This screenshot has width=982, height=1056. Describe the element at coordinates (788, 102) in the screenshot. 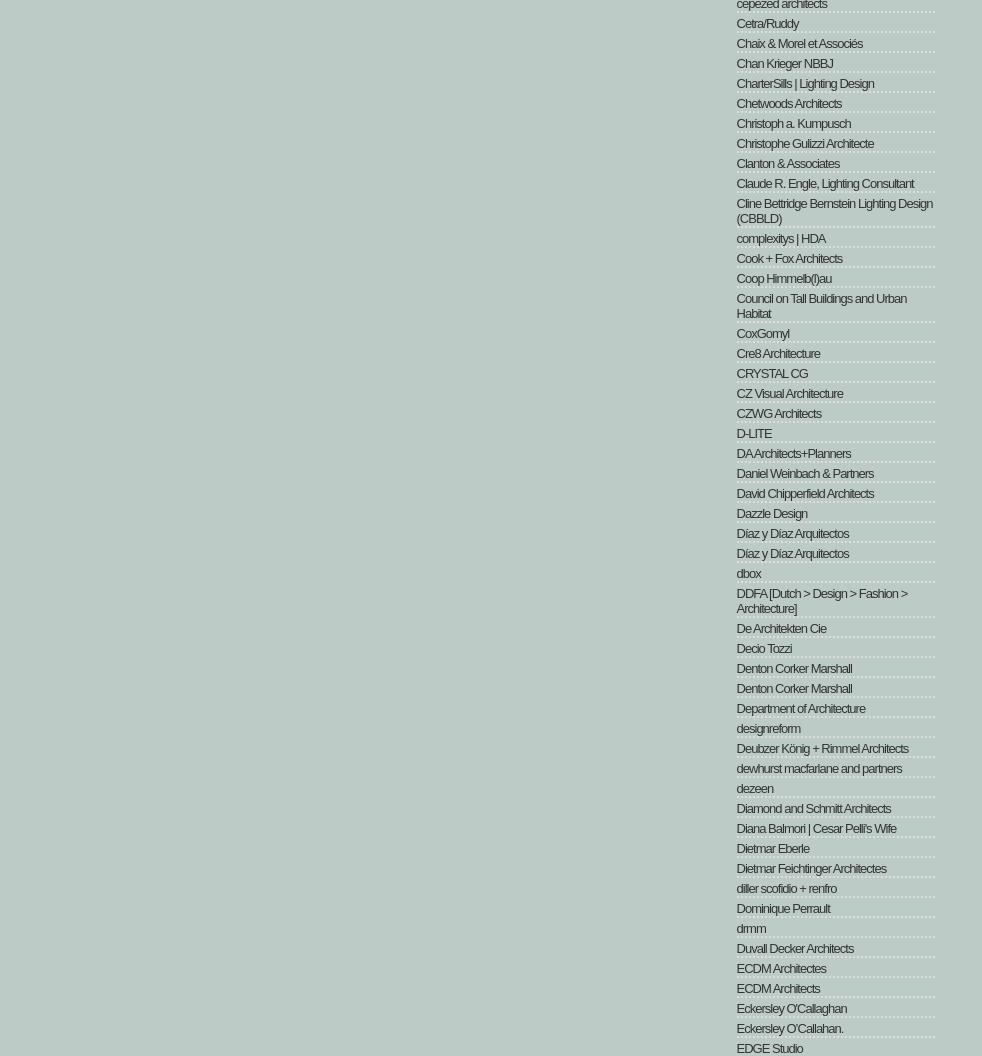

I see `'Chetwoods Architects'` at that location.